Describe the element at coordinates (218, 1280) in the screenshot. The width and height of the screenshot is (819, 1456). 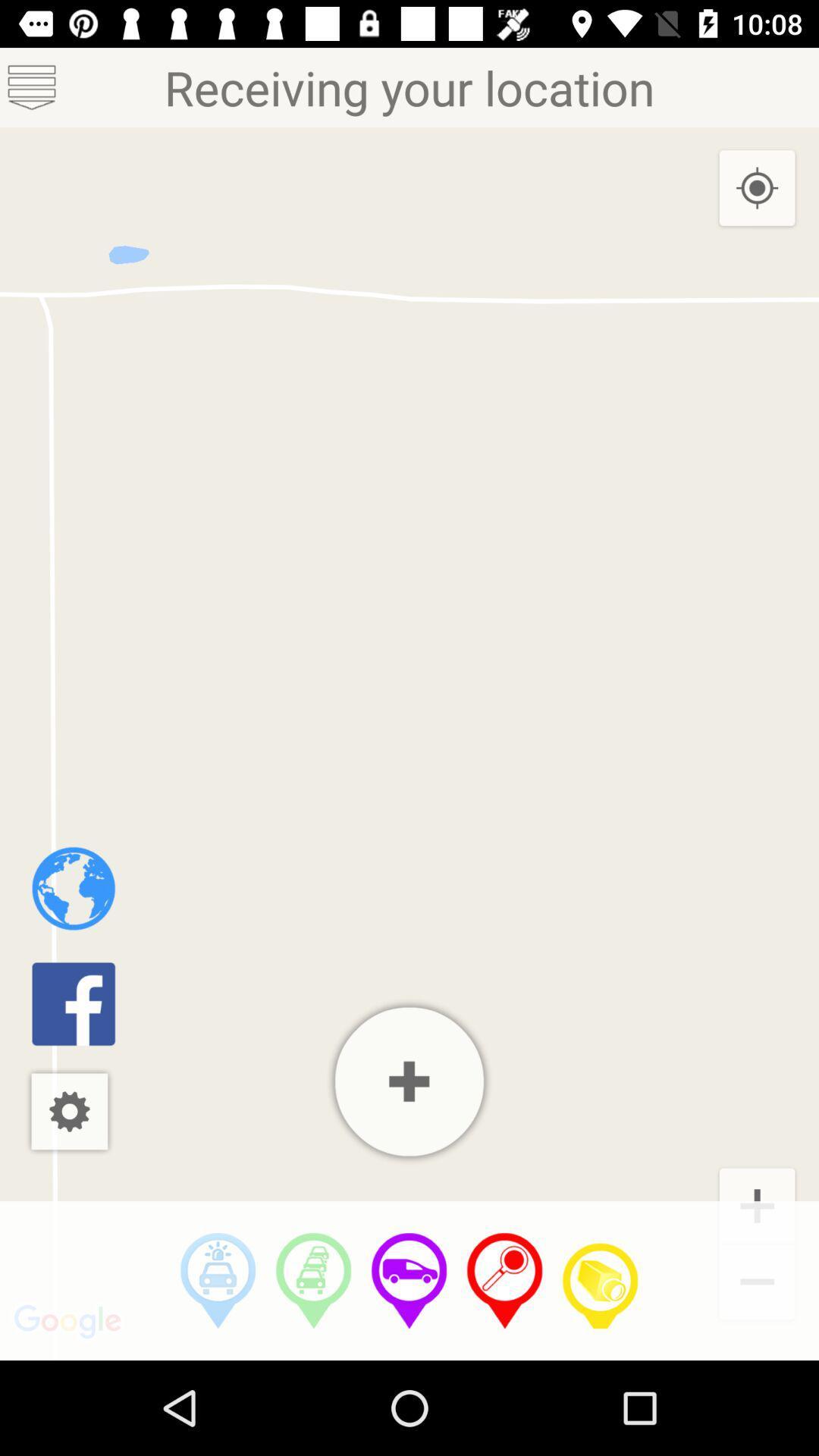
I see `distance by car` at that location.